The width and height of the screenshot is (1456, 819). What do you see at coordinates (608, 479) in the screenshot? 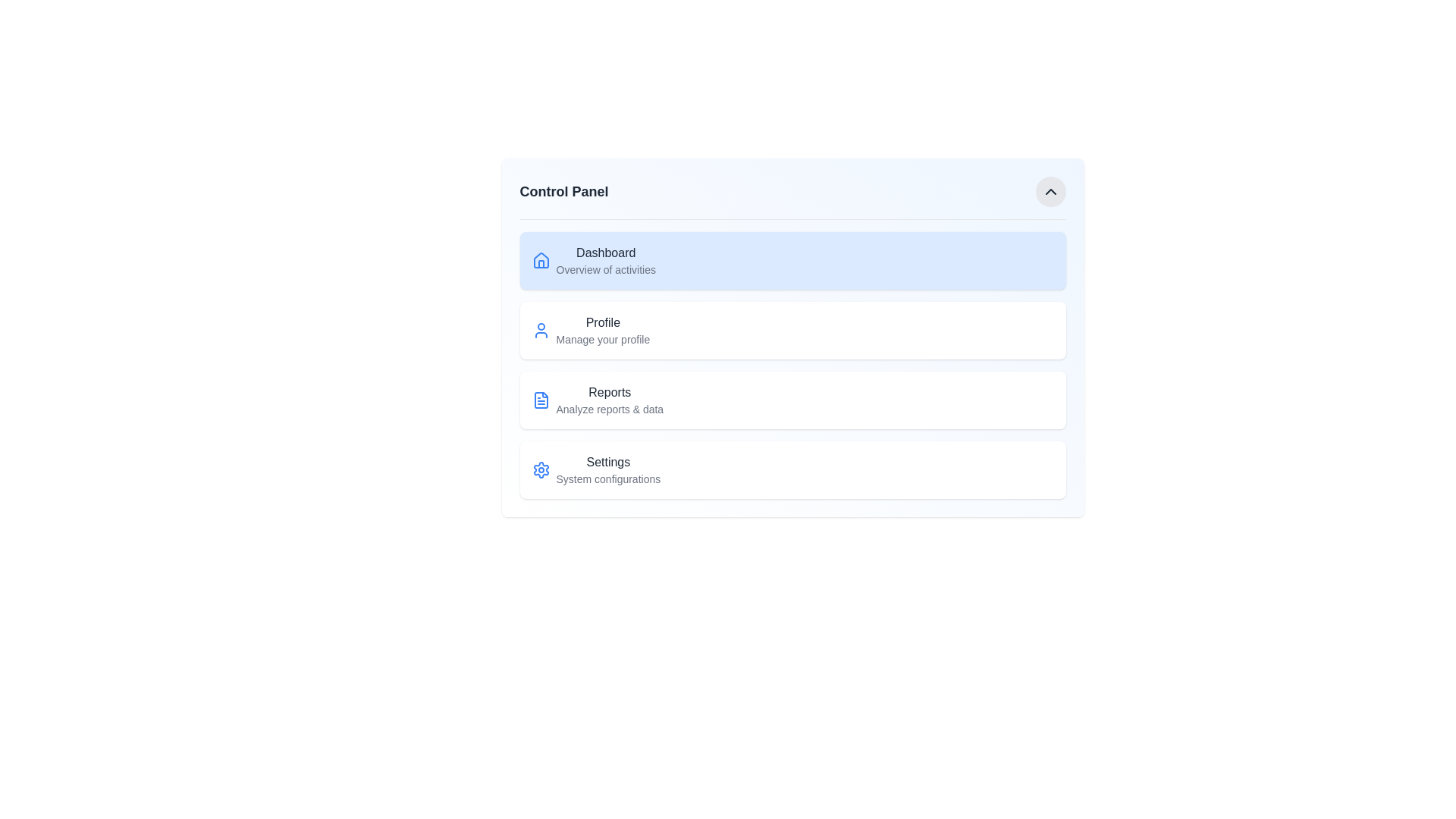
I see `the descriptive subtitle text label related to the 'Settings' option in the control panel` at bounding box center [608, 479].